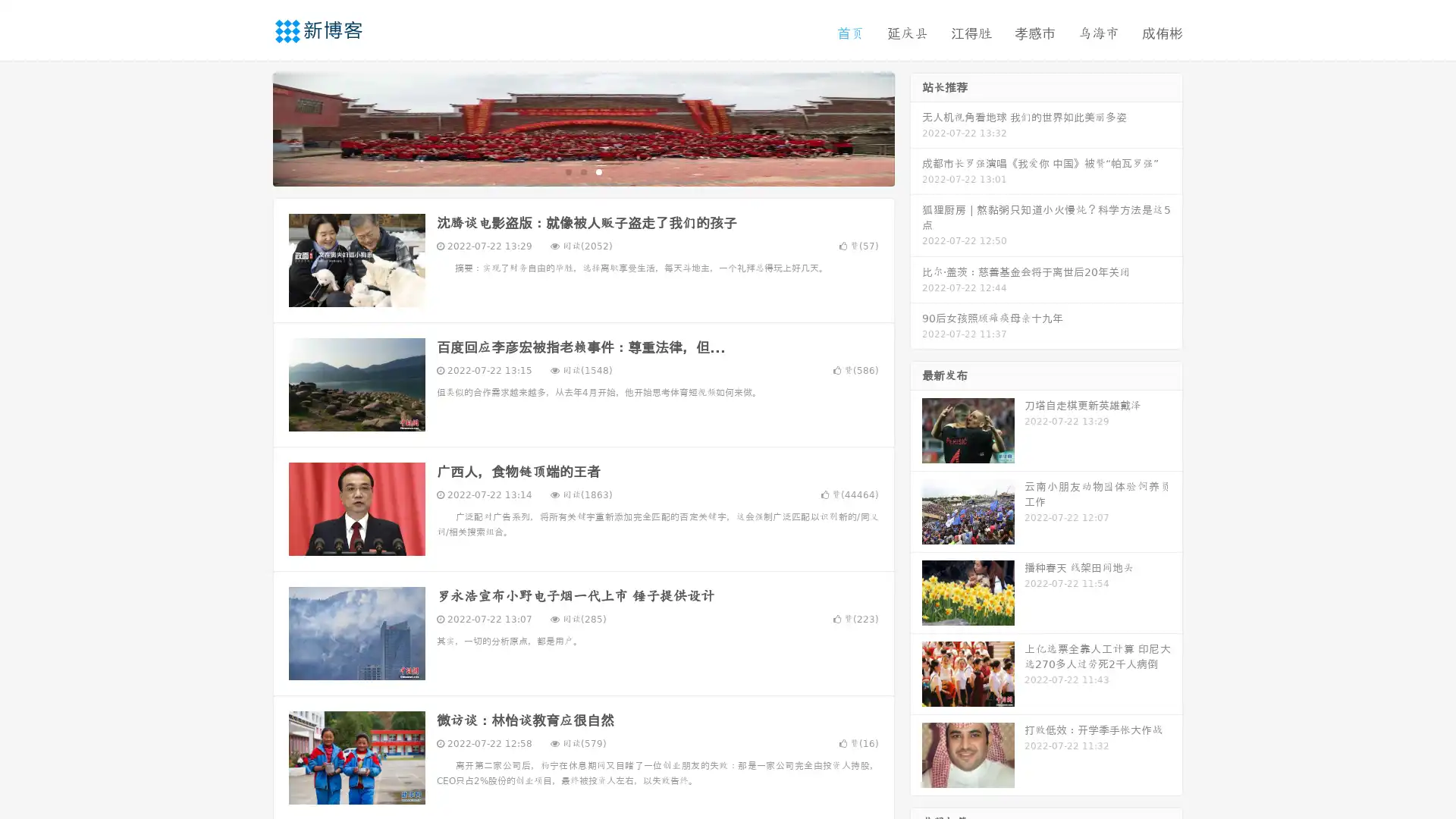  Describe the element at coordinates (250, 127) in the screenshot. I see `Previous slide` at that location.